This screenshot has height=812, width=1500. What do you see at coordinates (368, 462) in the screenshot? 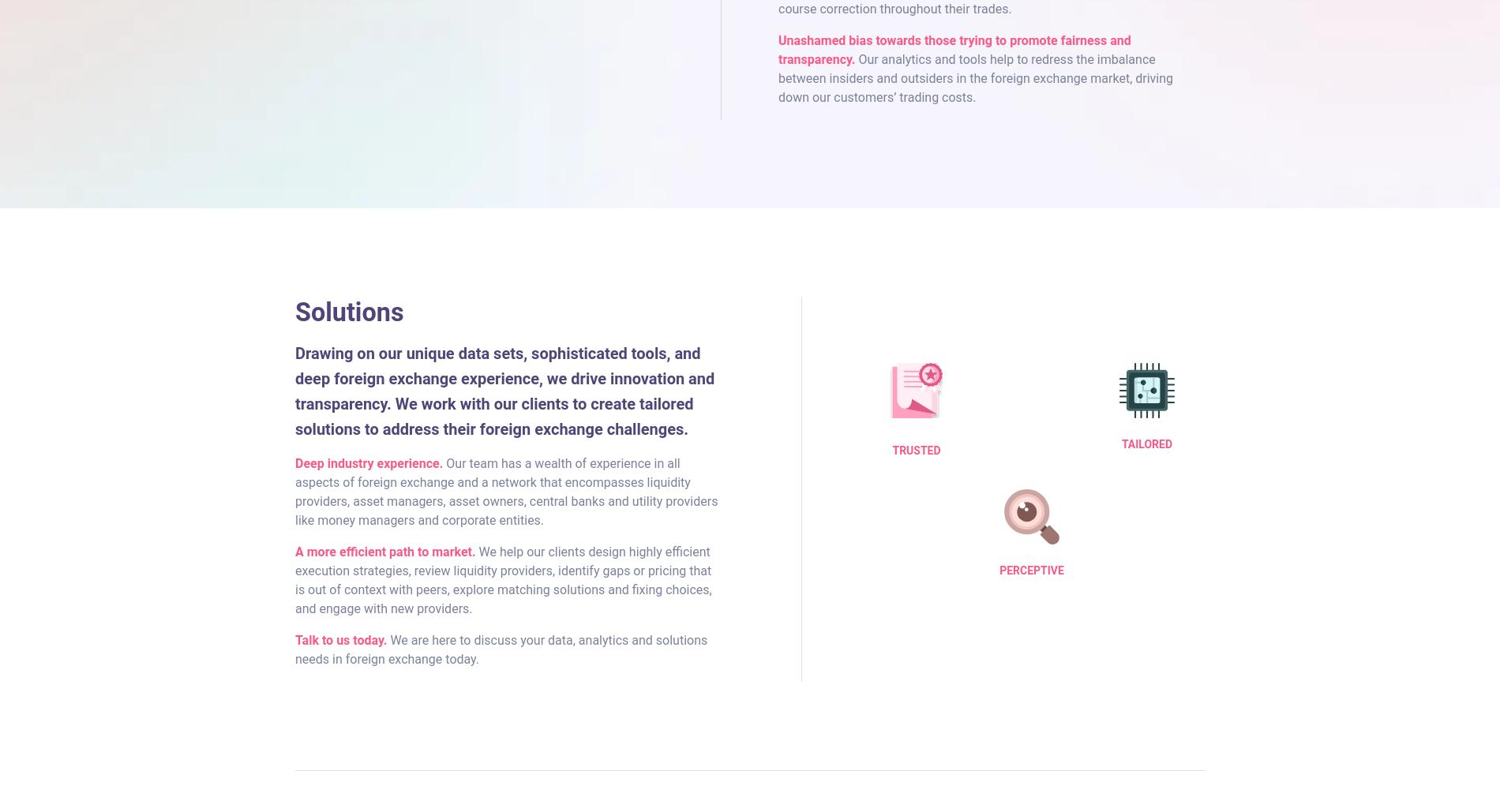
I see `'Deep industry experience.'` at bounding box center [368, 462].